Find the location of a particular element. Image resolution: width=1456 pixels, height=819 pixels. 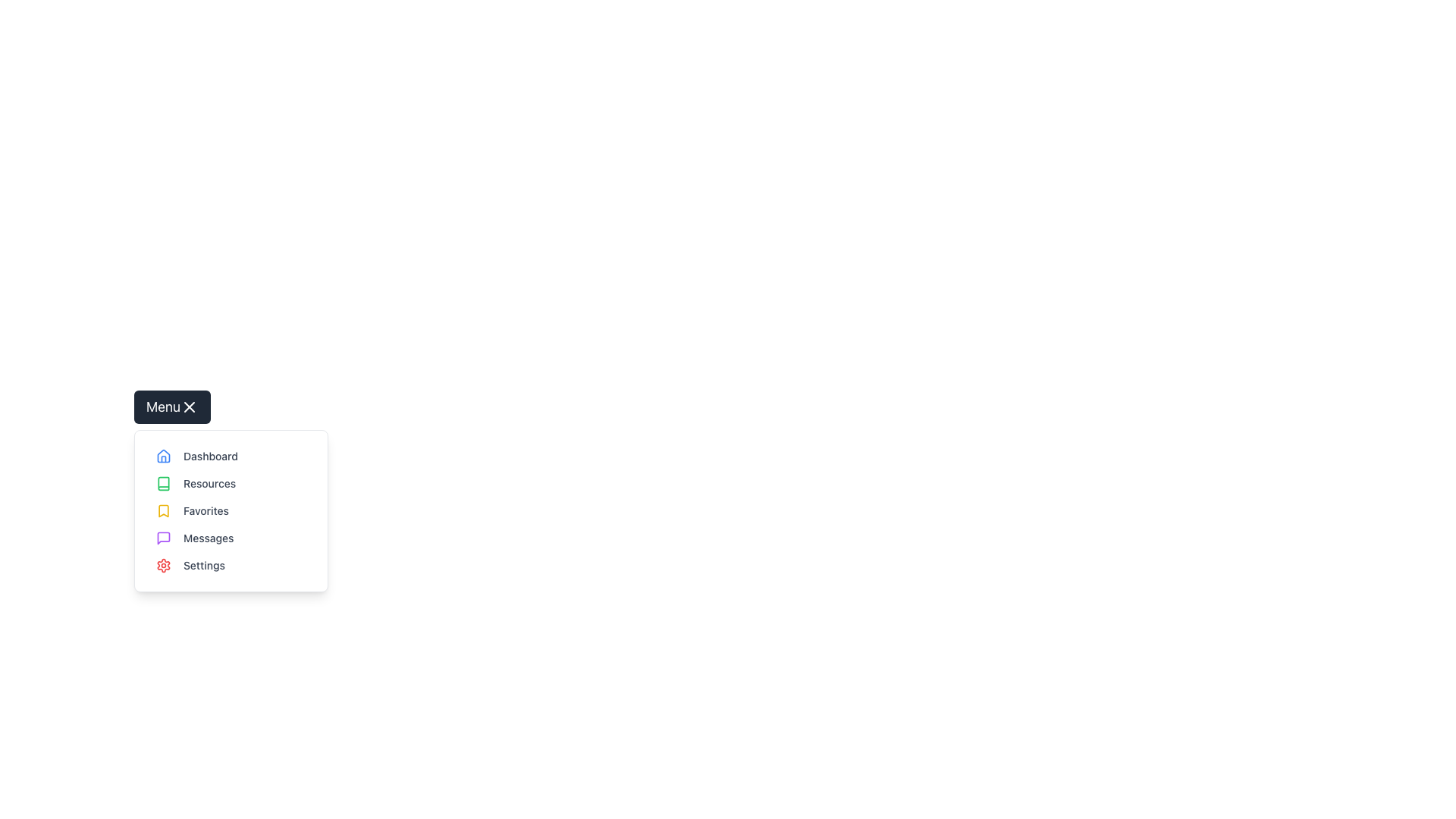

the green-colored outlined book icon located in the second row of the dropdown menu, adjacent to the text 'Resources' is located at coordinates (164, 483).